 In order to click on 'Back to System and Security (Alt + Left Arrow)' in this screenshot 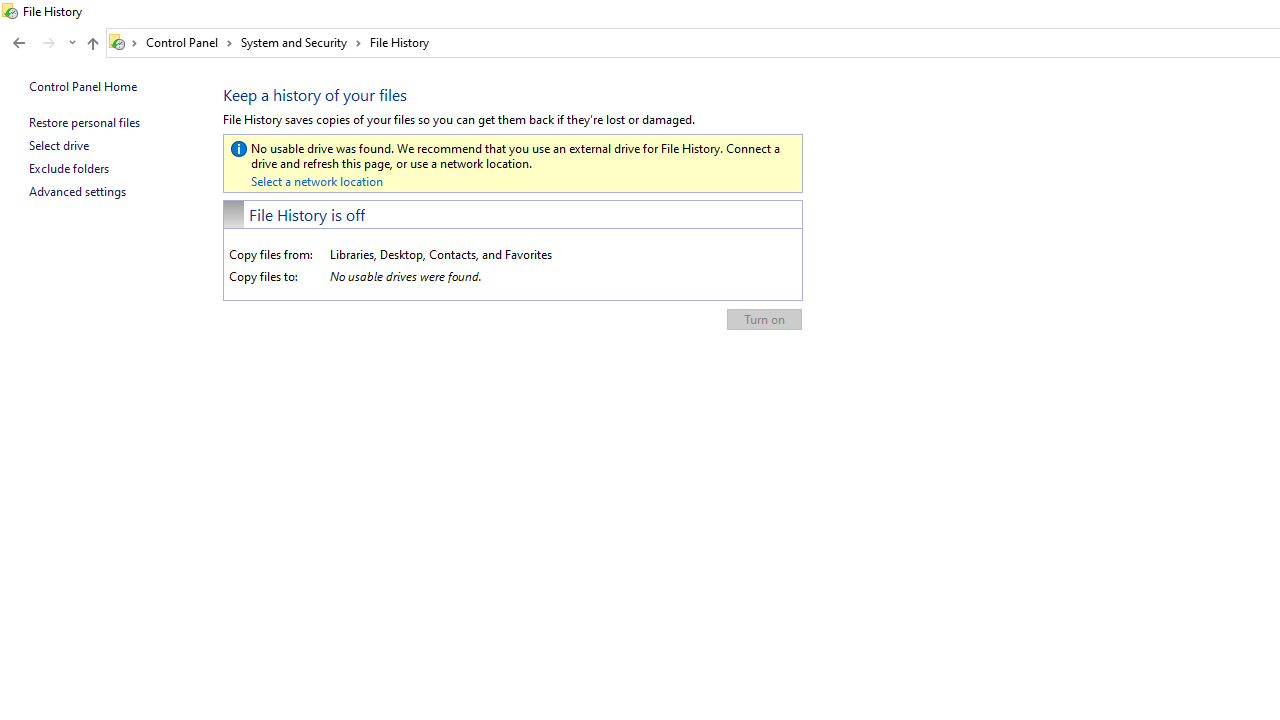, I will do `click(19, 43)`.